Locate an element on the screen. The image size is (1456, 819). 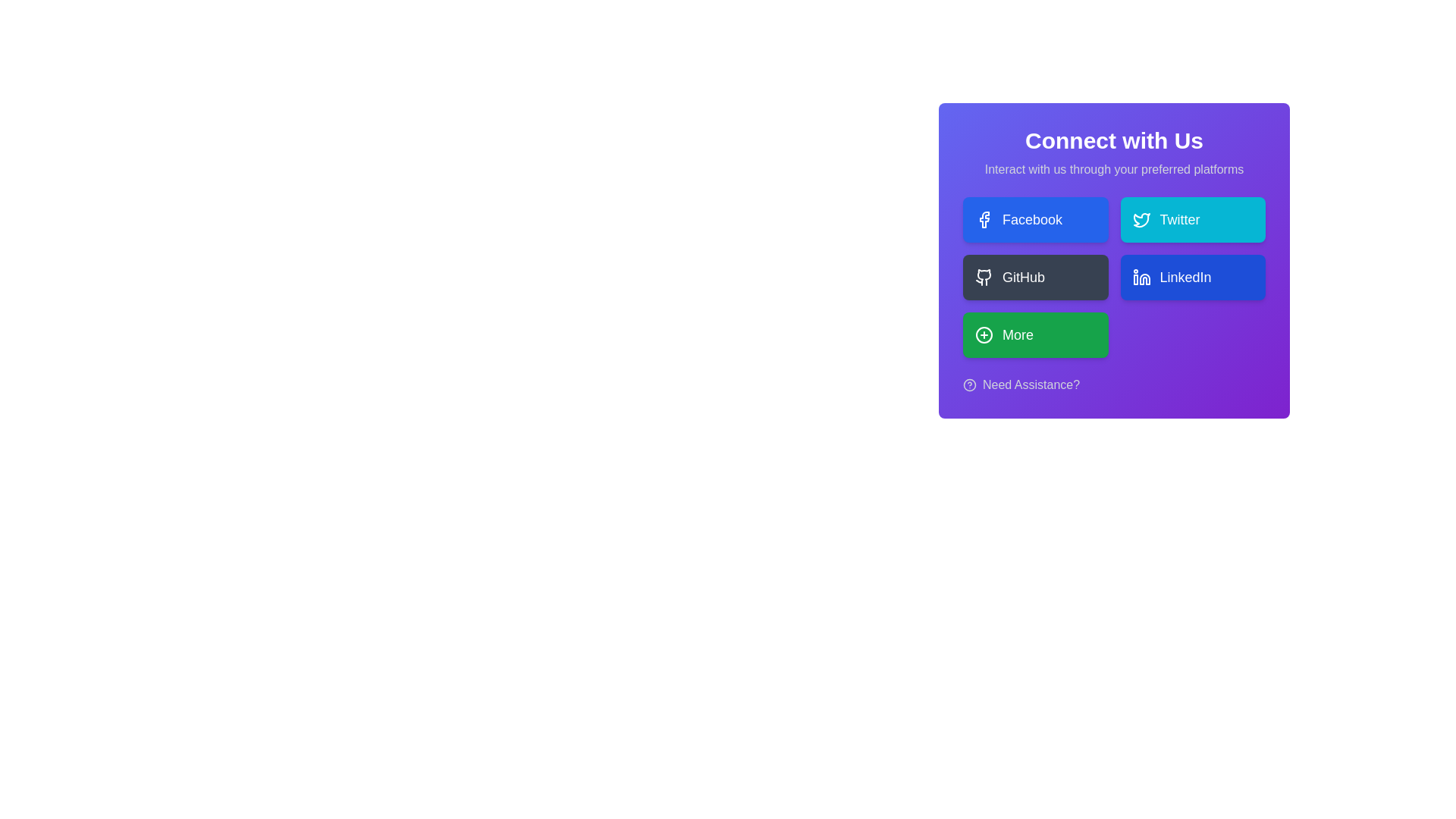
the Facebook branding icon within the first button of the vertically-aligned grid of interaction options is located at coordinates (984, 219).